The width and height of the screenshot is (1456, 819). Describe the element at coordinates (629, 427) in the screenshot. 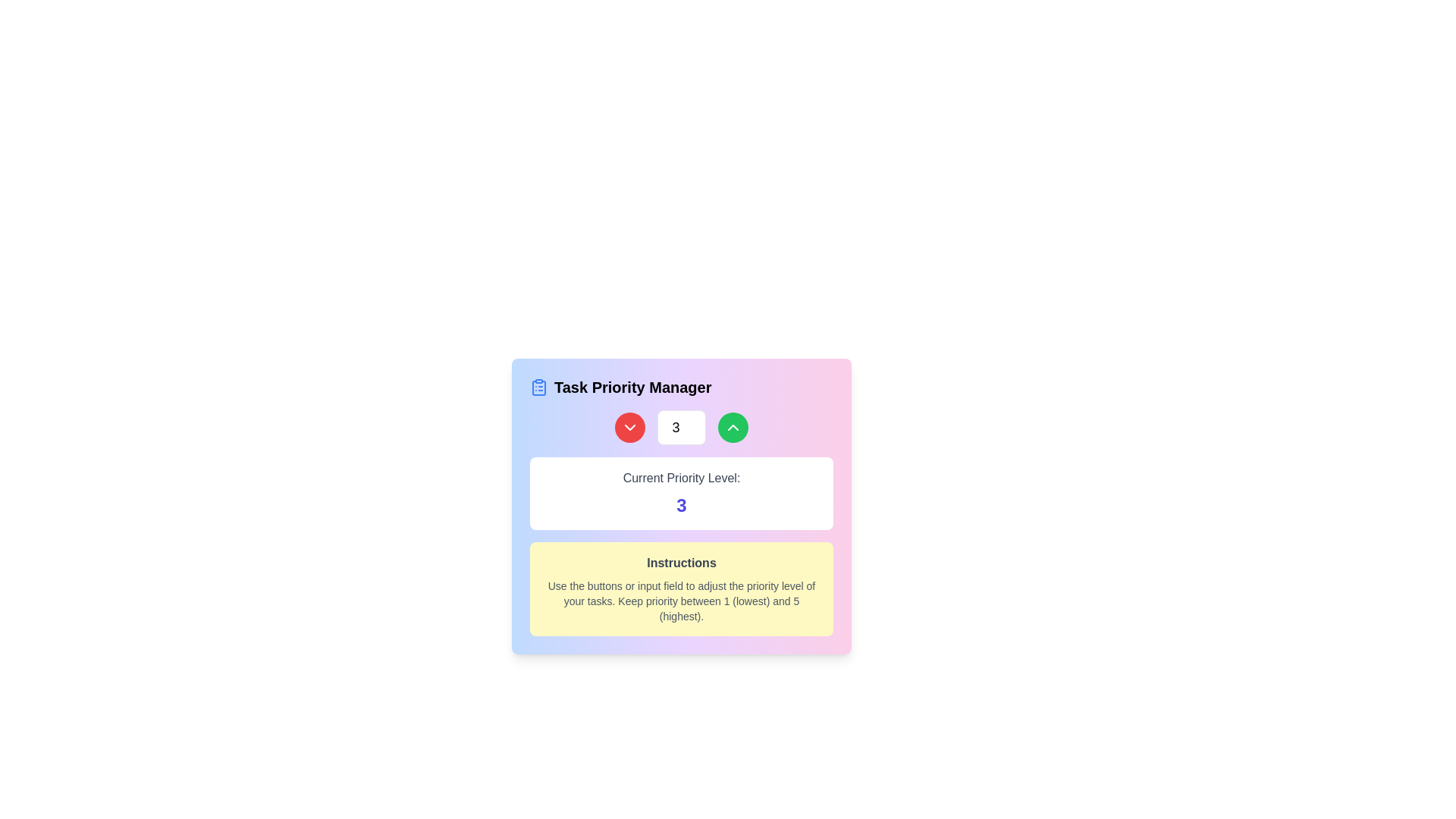

I see `the downward-pointing chevron icon with a thin black stroke on a red circular background, located on the left side of the task manager interface` at that location.